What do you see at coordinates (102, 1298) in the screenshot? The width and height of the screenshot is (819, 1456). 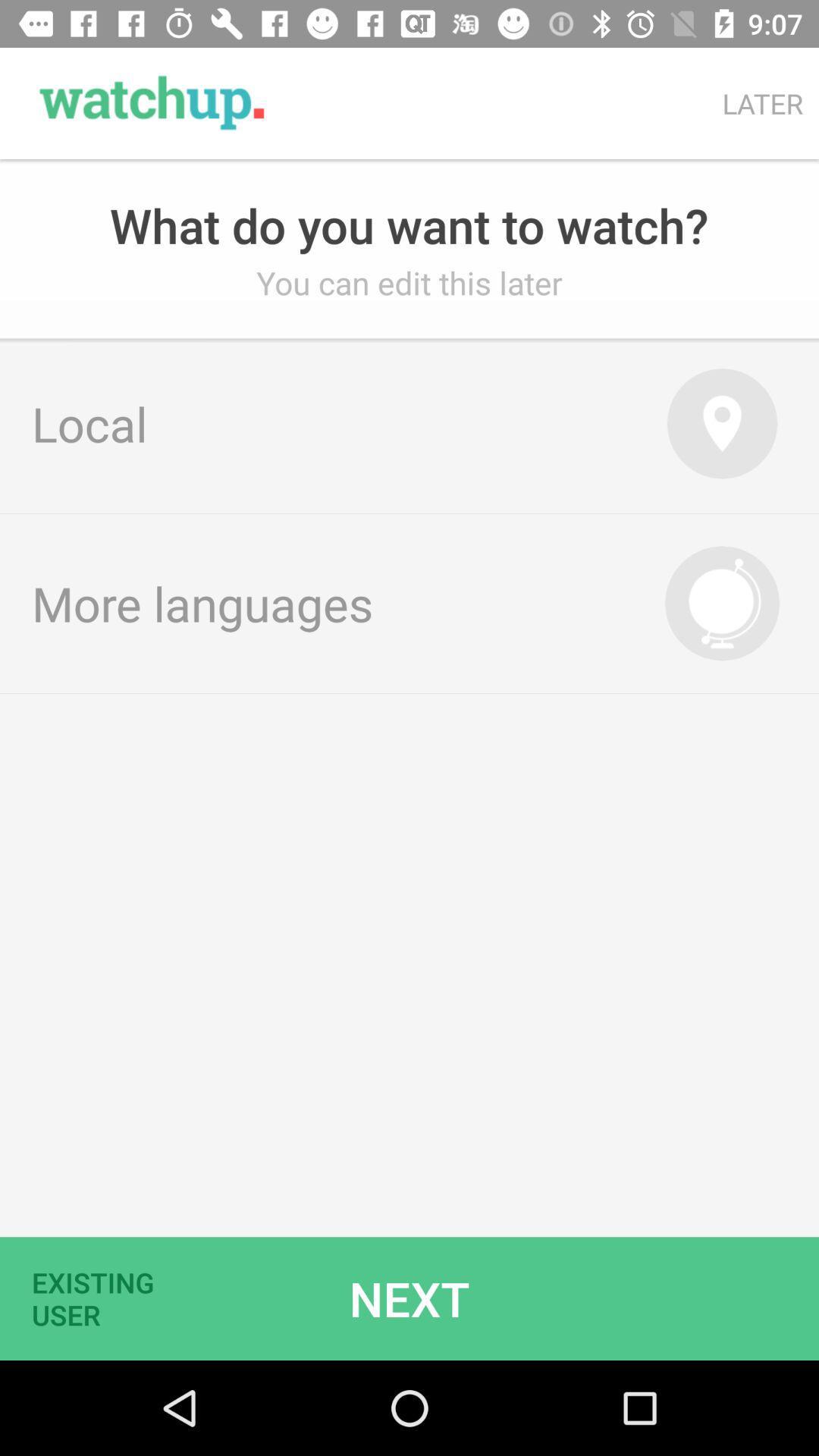 I see `item to the left of the next icon` at bounding box center [102, 1298].